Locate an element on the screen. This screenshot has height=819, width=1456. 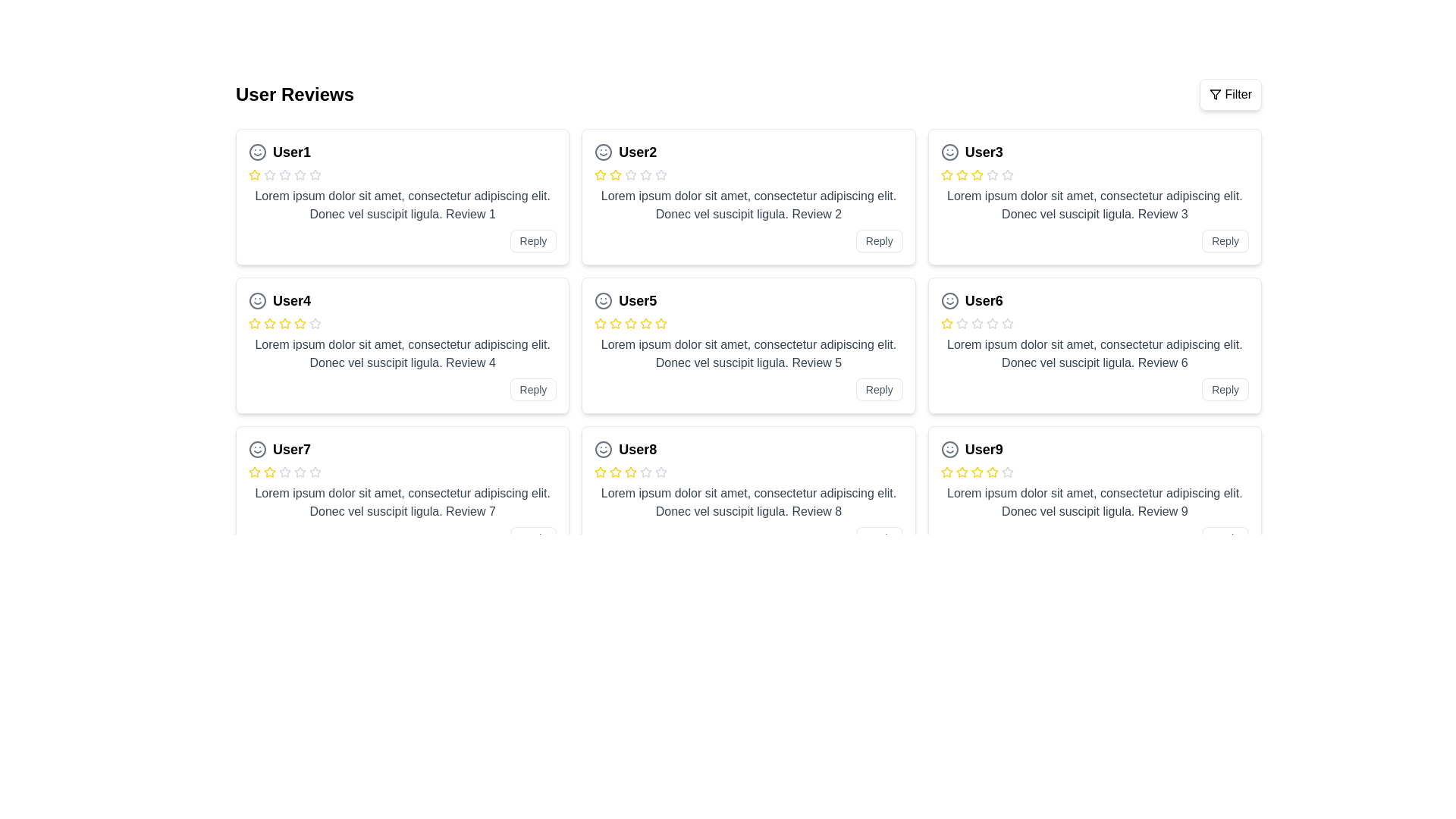
the text 'User7' for copying from the user review card located in the third row and first column of the grid layout is located at coordinates (291, 449).